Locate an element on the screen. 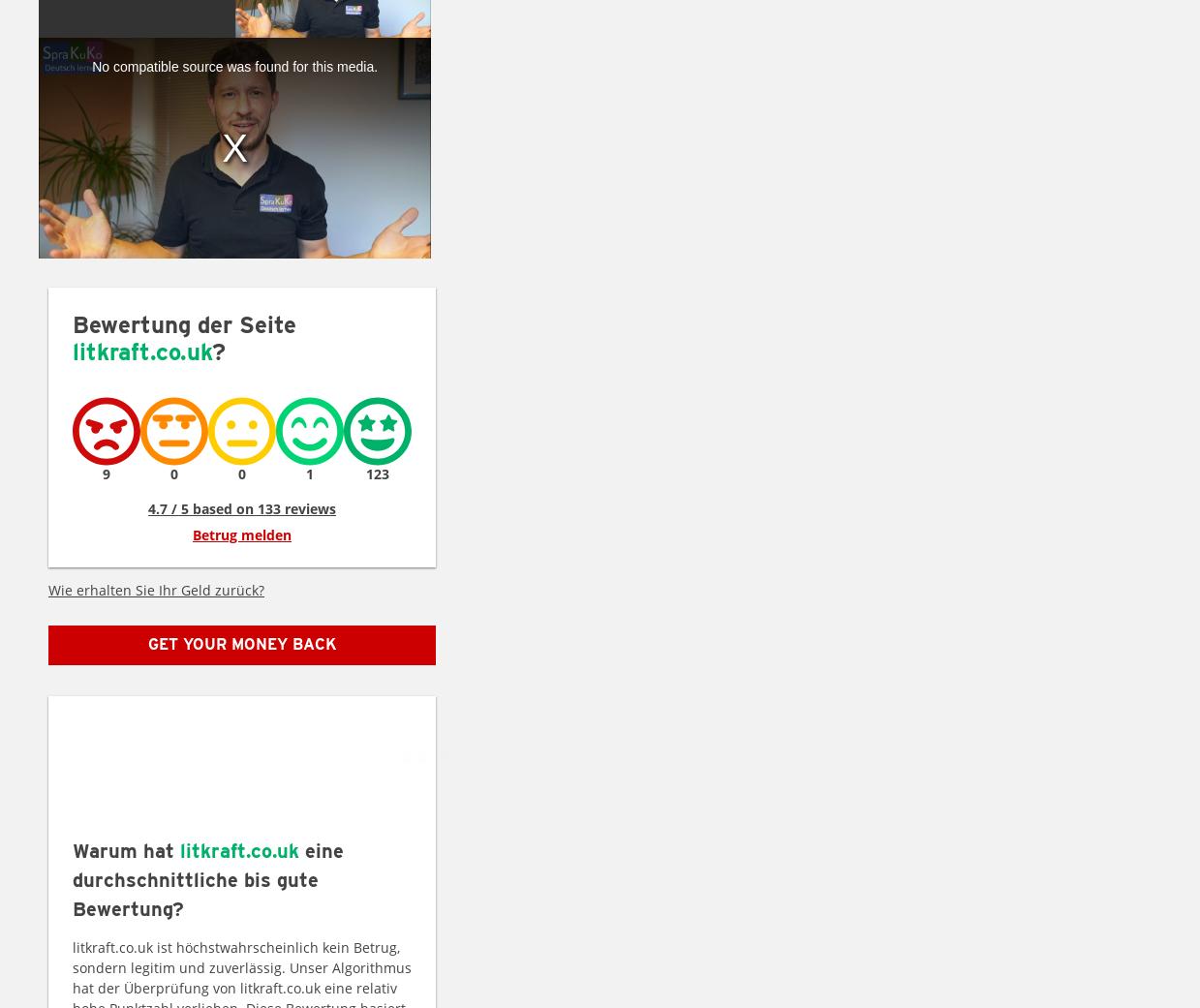 This screenshot has height=1008, width=1200. 'GET YOUR MONEY BACK' is located at coordinates (240, 643).